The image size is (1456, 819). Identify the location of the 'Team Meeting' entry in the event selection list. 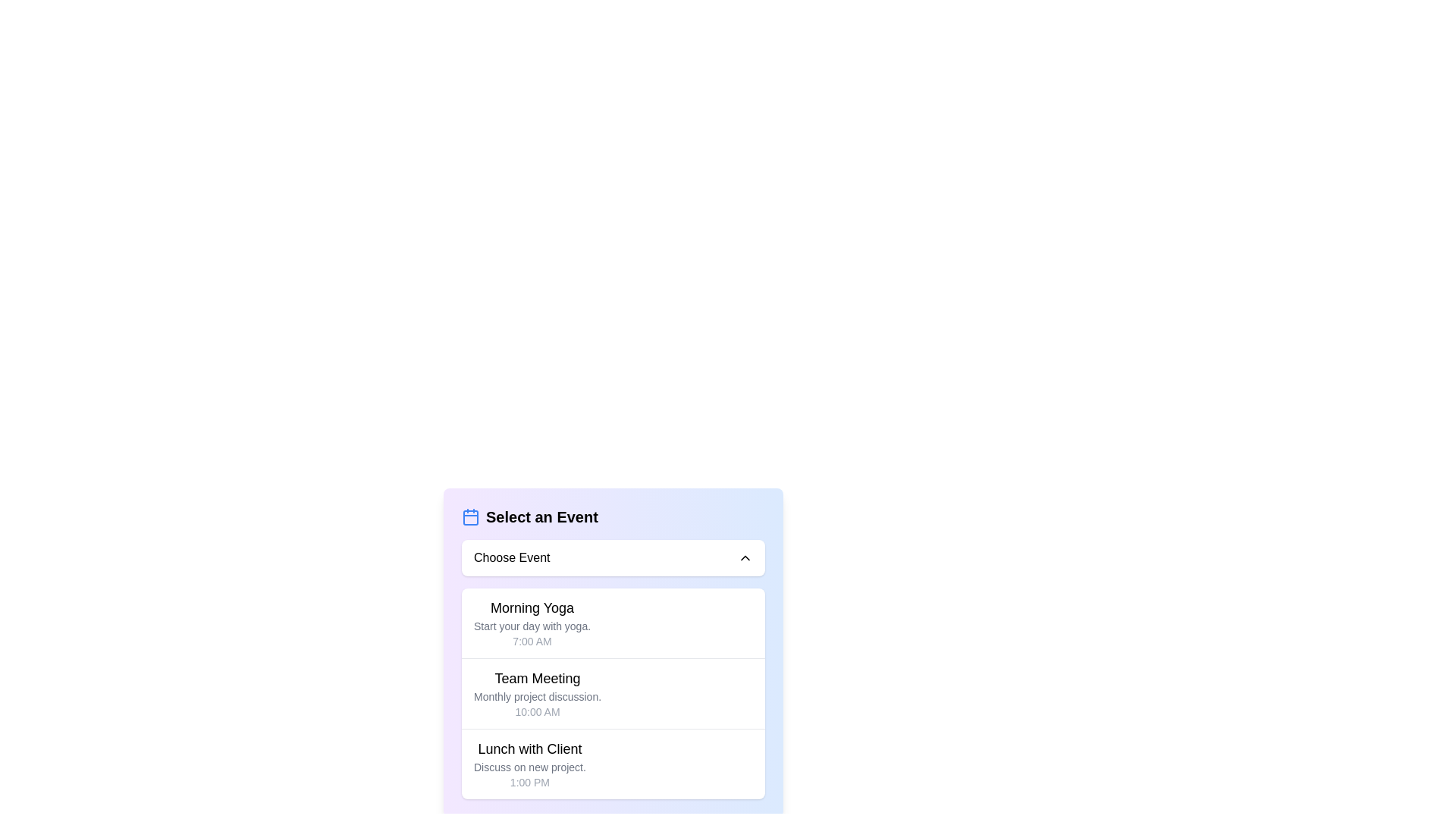
(538, 693).